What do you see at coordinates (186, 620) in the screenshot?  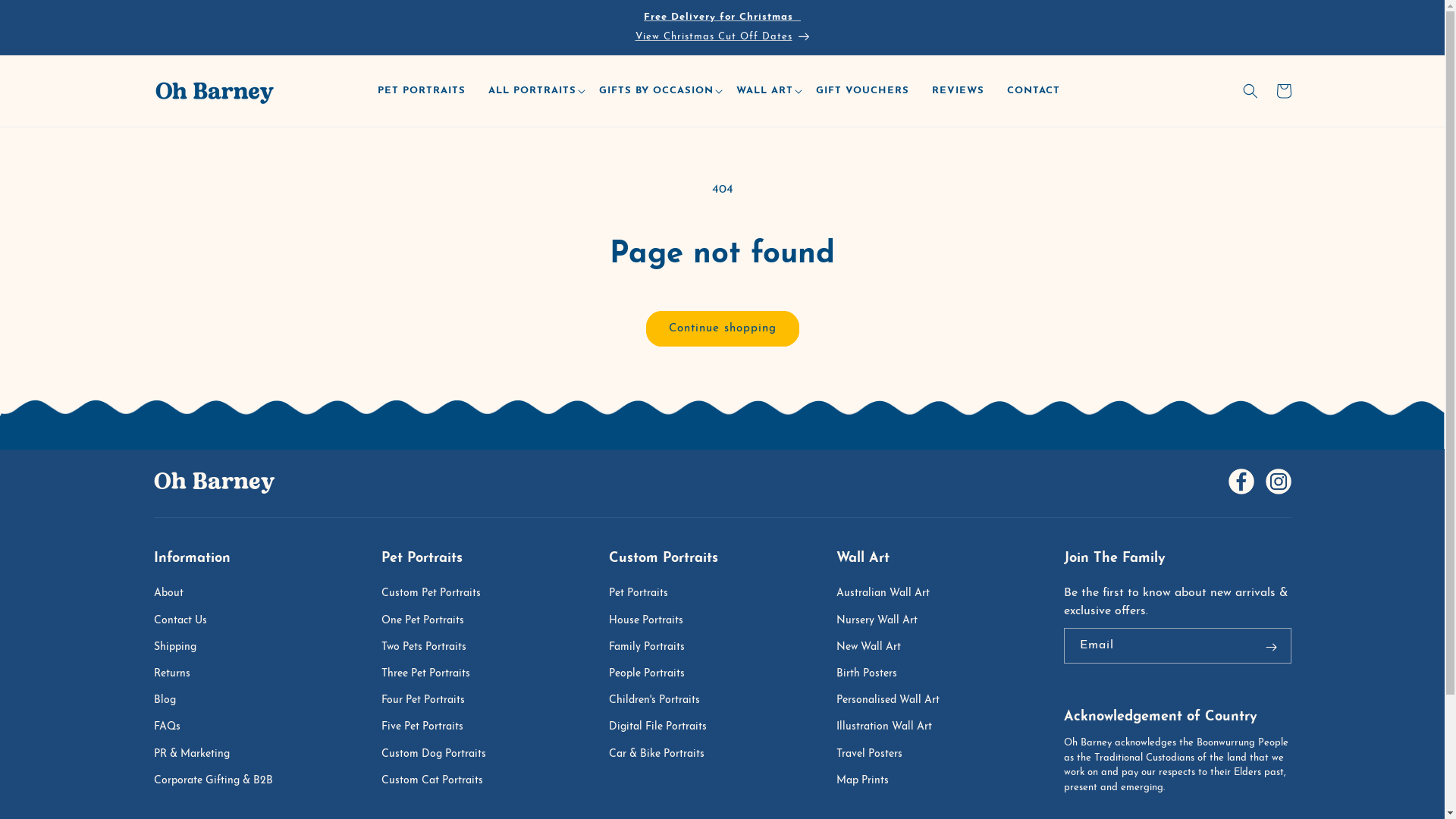 I see `'Contact Us'` at bounding box center [186, 620].